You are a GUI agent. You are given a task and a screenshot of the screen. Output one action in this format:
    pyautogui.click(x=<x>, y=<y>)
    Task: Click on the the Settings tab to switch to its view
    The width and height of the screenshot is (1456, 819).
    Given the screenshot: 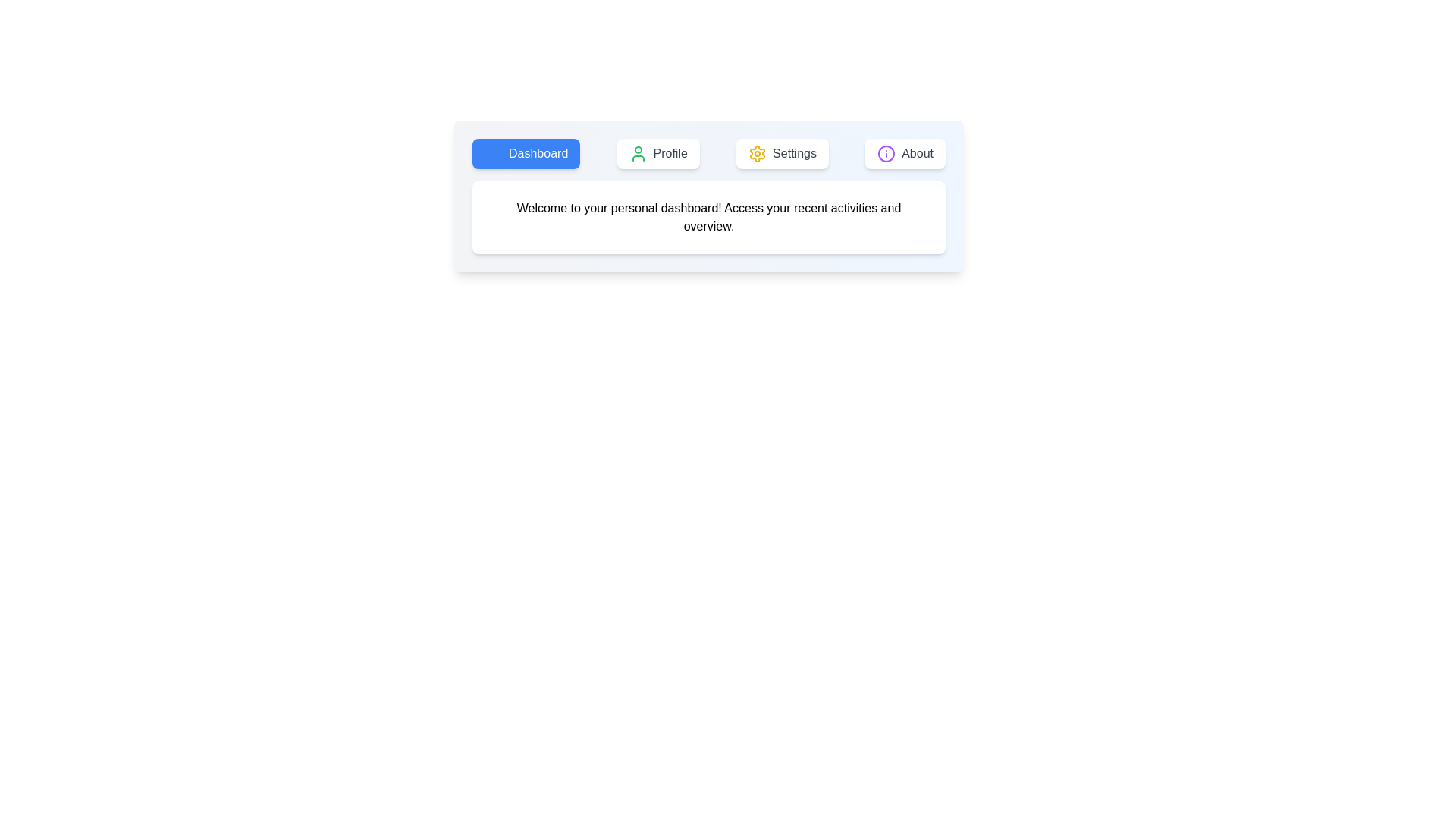 What is the action you would take?
    pyautogui.click(x=783, y=154)
    